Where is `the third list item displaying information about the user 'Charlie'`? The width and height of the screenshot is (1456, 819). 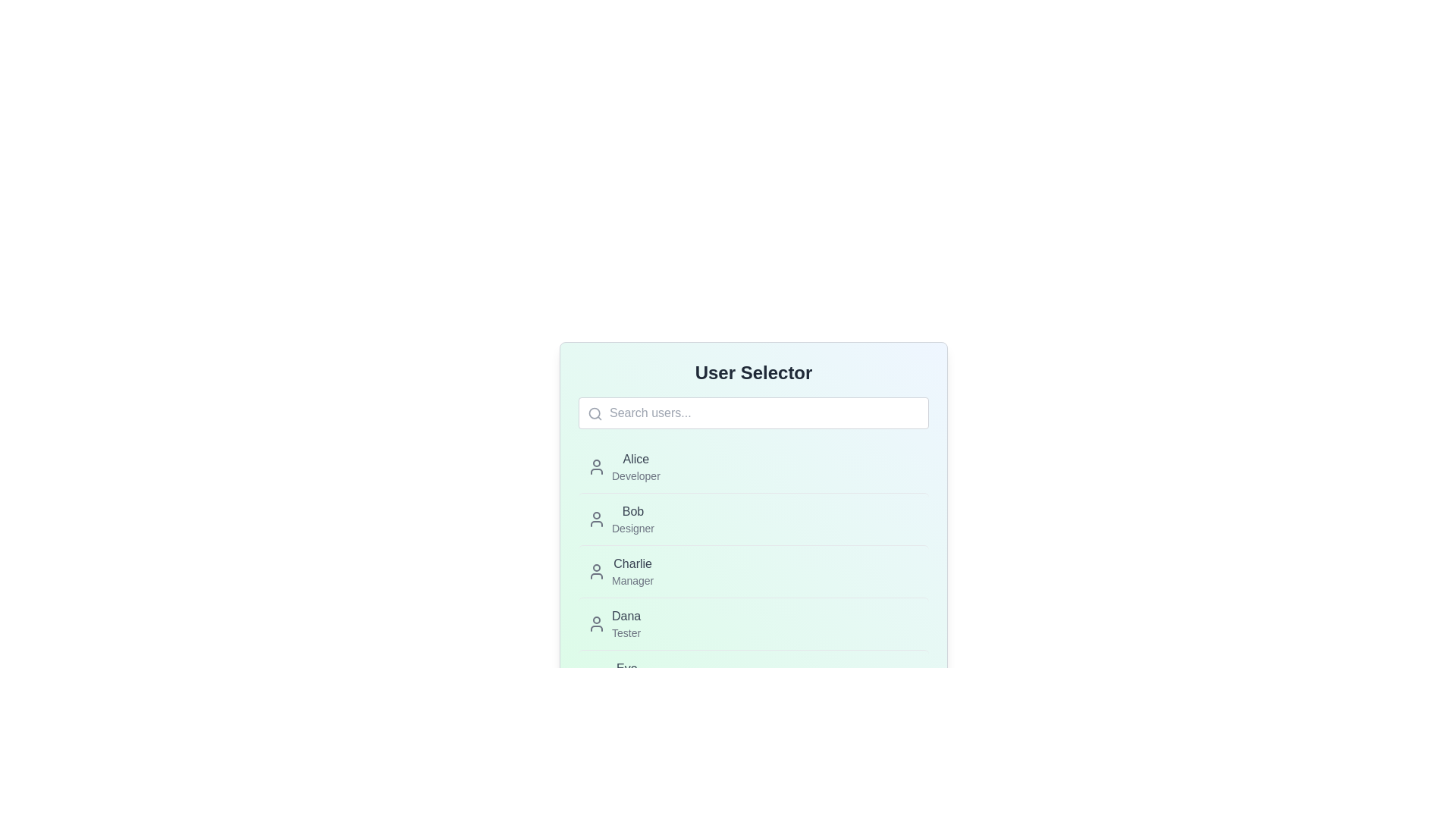 the third list item displaying information about the user 'Charlie' is located at coordinates (620, 571).